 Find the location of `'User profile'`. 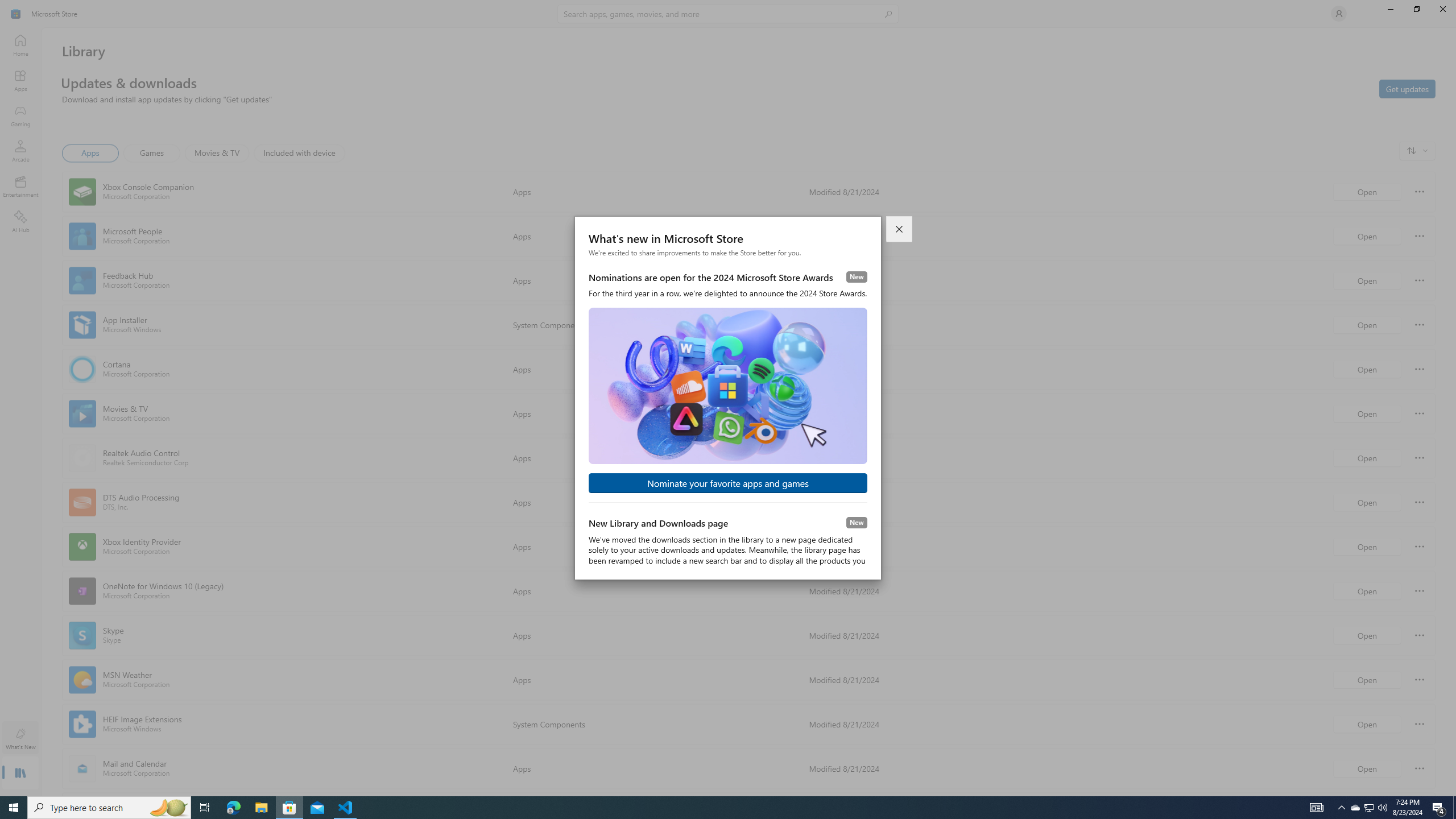

'User profile' is located at coordinates (1338, 13).